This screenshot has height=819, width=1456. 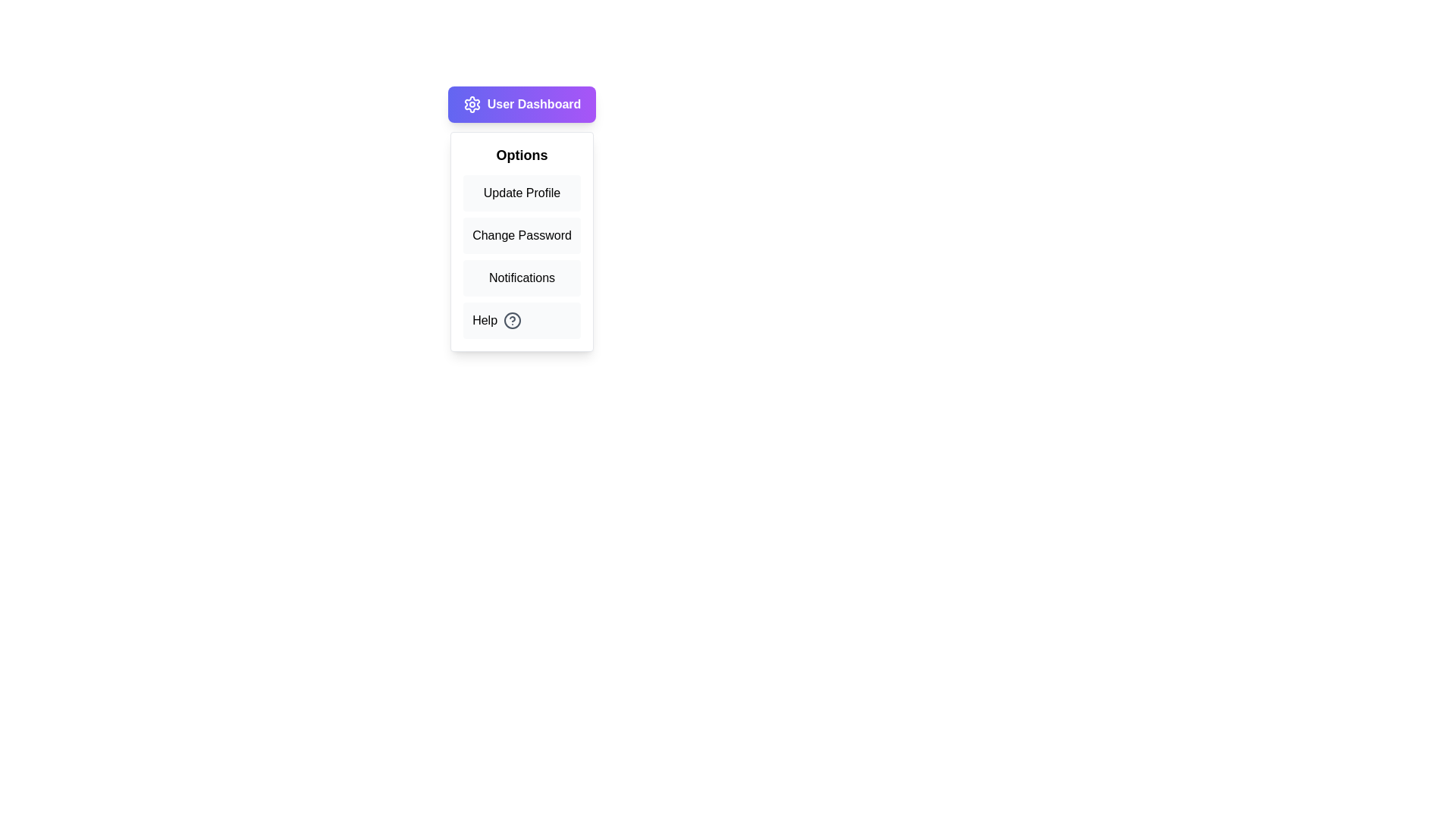 What do you see at coordinates (522, 192) in the screenshot?
I see `the menu item labeled 'Update Profile' to visually highlight it` at bounding box center [522, 192].